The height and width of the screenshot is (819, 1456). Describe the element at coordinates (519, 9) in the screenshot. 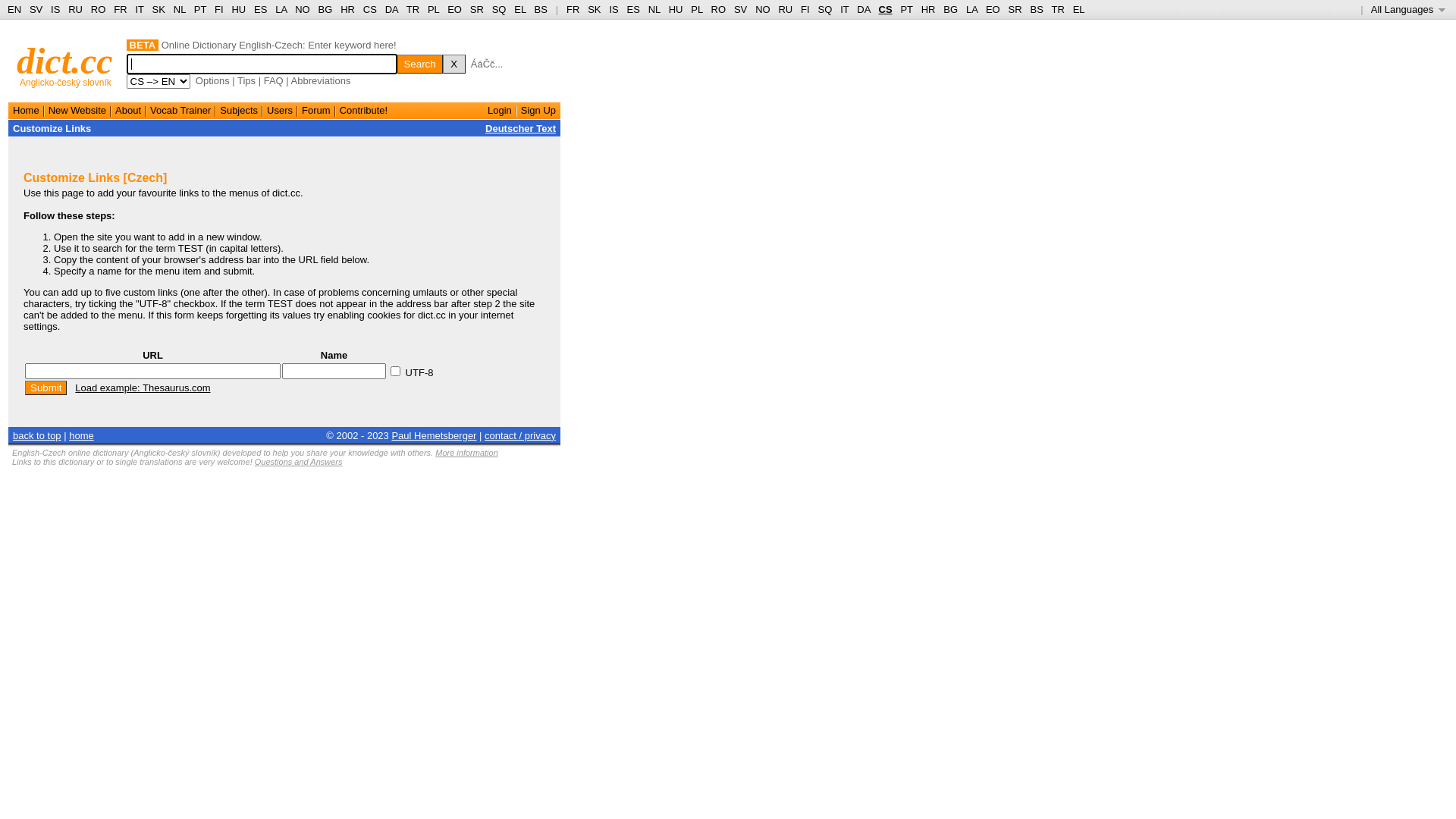

I see `'EL'` at that location.